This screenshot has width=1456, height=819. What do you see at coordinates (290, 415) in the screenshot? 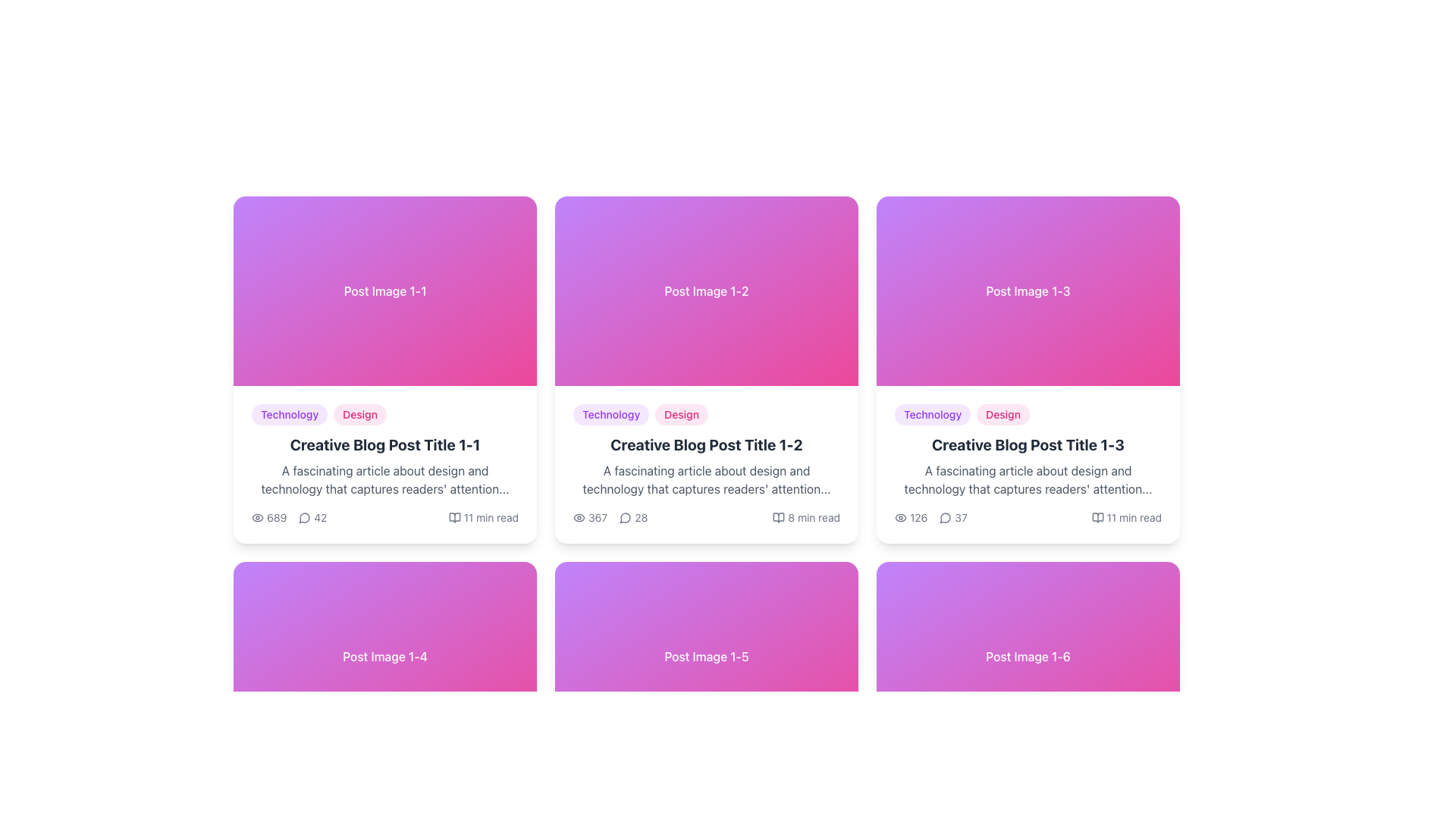
I see `text of the pill-shaped badge with a lavender background and purple text labeled 'Technology', which is positioned above the title text of 'Creative Blog Post Title 1-1'` at bounding box center [290, 415].